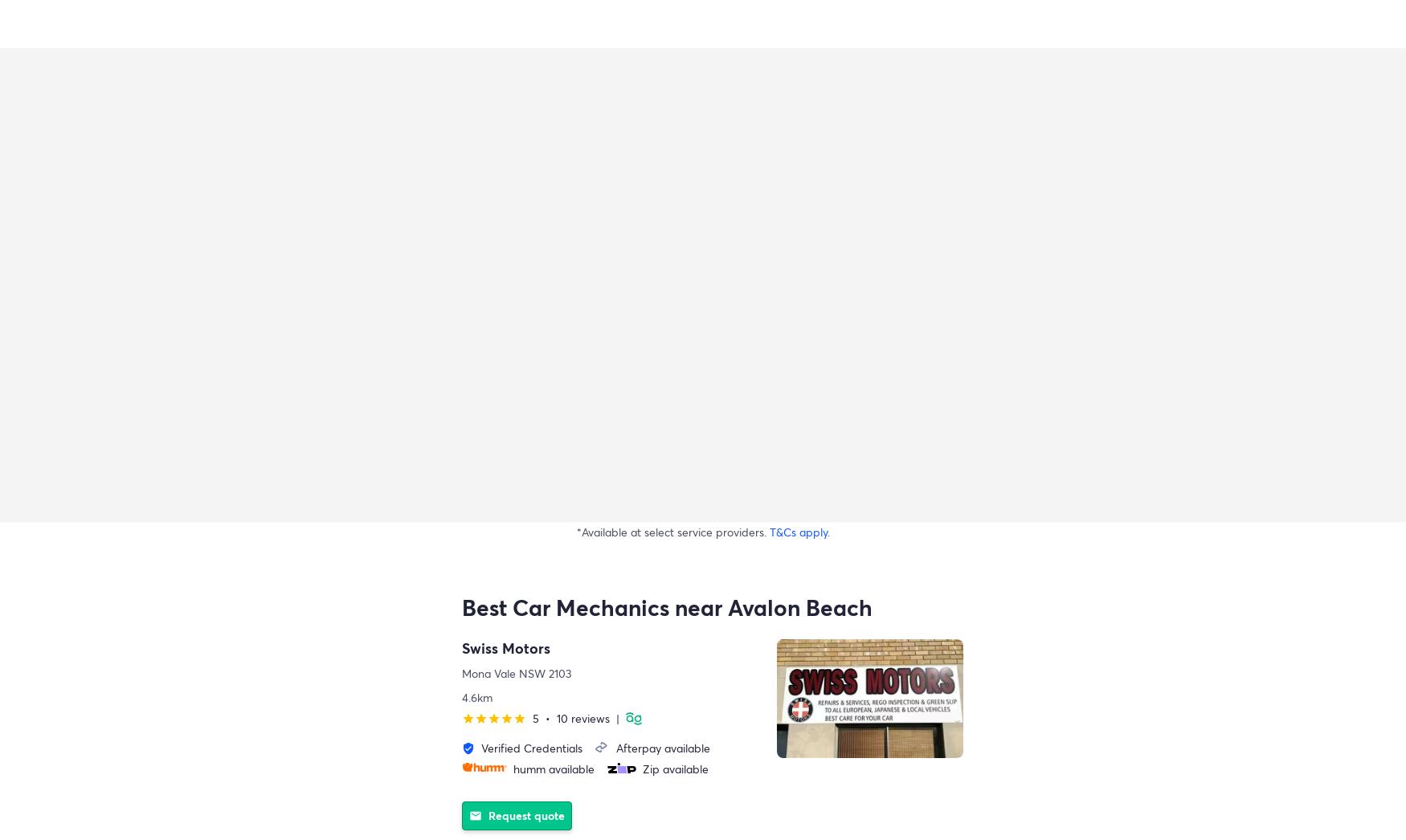  I want to click on 'Verified Credentials', so click(481, 748).